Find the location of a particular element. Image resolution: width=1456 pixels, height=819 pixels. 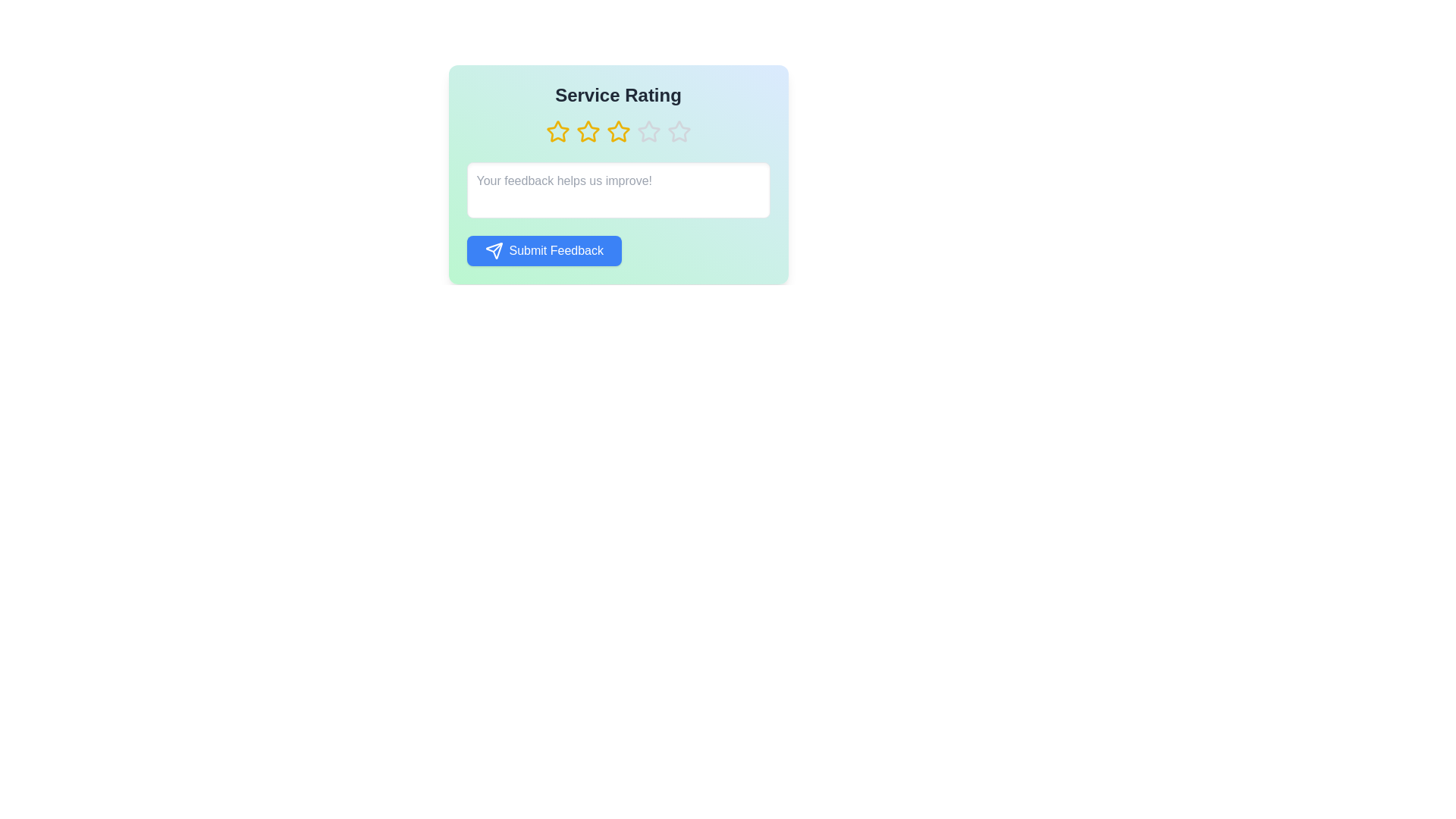

the paper airplane icon located within the blue 'Submit Feedback' button, which is centered towards the bottom of the feedback form is located at coordinates (494, 250).